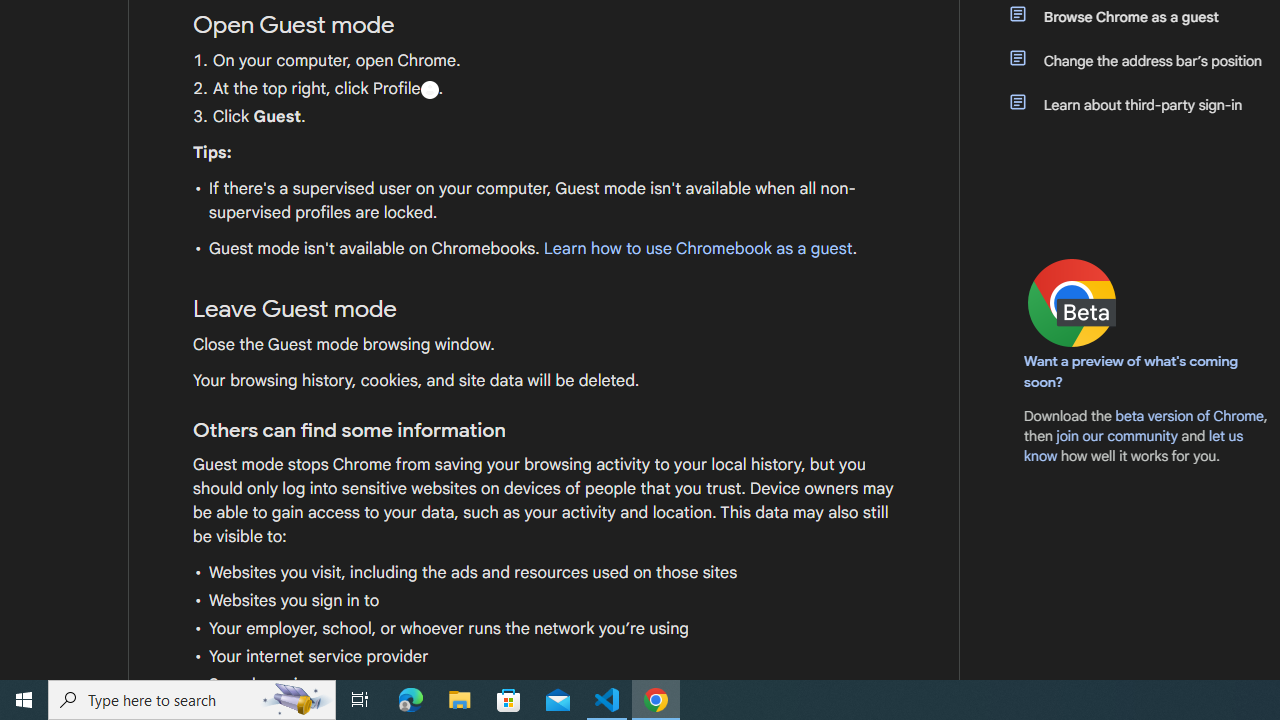  What do you see at coordinates (428, 88) in the screenshot?
I see `'Profile'` at bounding box center [428, 88].